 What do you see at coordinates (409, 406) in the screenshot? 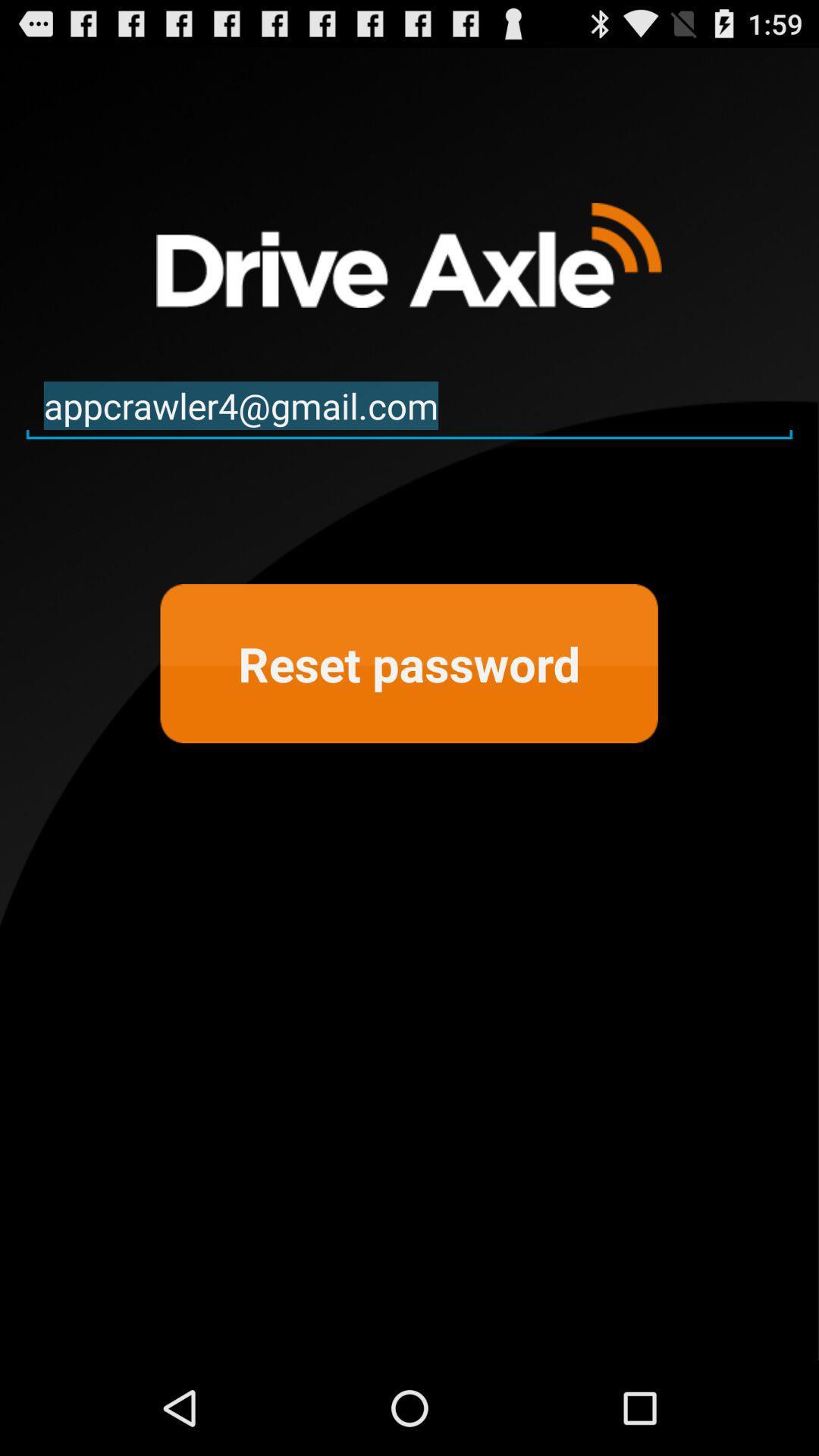
I see `appcrawler4@gmail.com icon` at bounding box center [409, 406].